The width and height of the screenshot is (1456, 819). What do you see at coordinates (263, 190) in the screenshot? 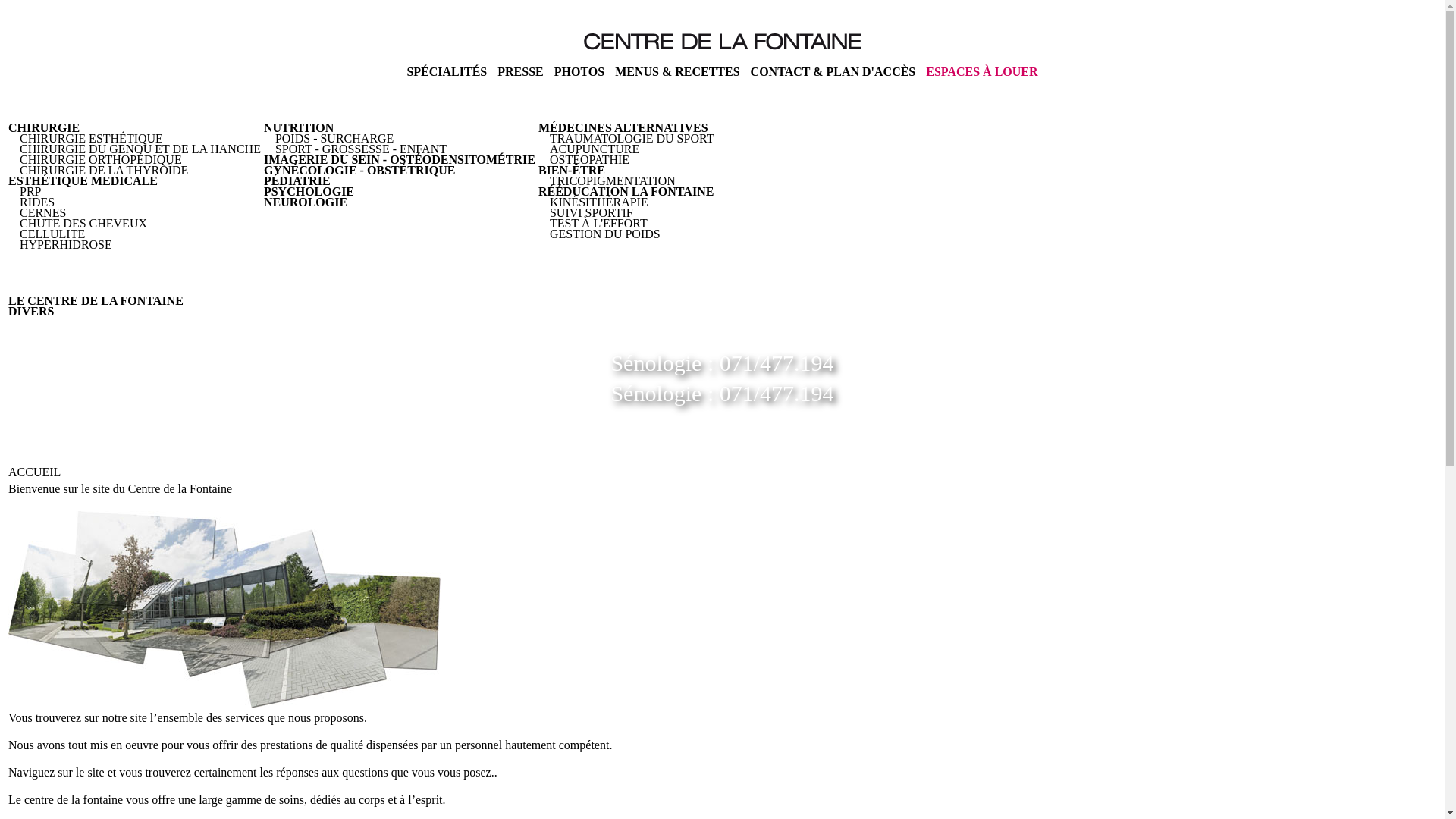
I see `'PSYCHOLOGIE'` at bounding box center [263, 190].